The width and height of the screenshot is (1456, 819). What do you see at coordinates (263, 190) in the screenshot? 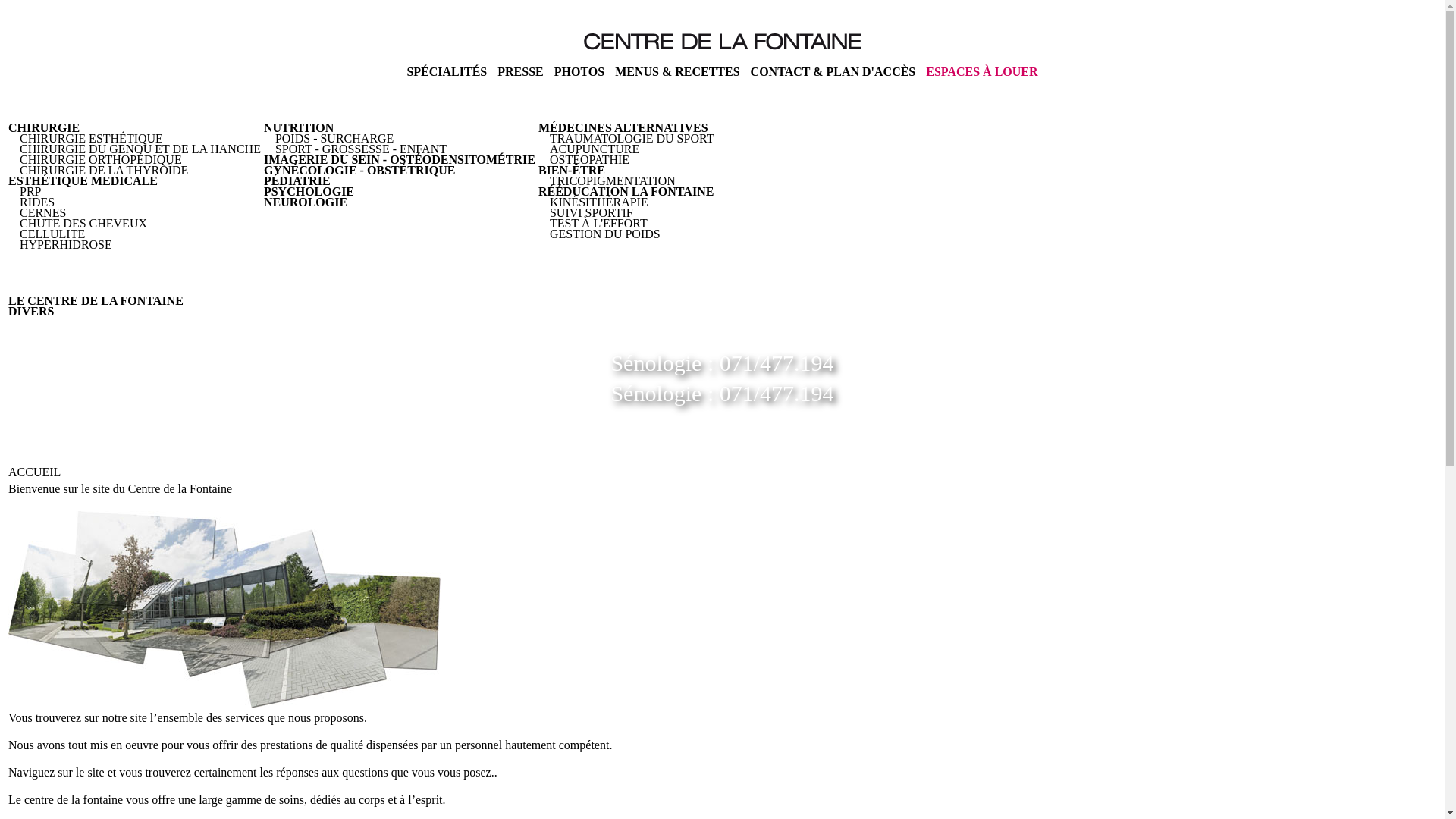
I see `'PSYCHOLOGIE'` at bounding box center [263, 190].